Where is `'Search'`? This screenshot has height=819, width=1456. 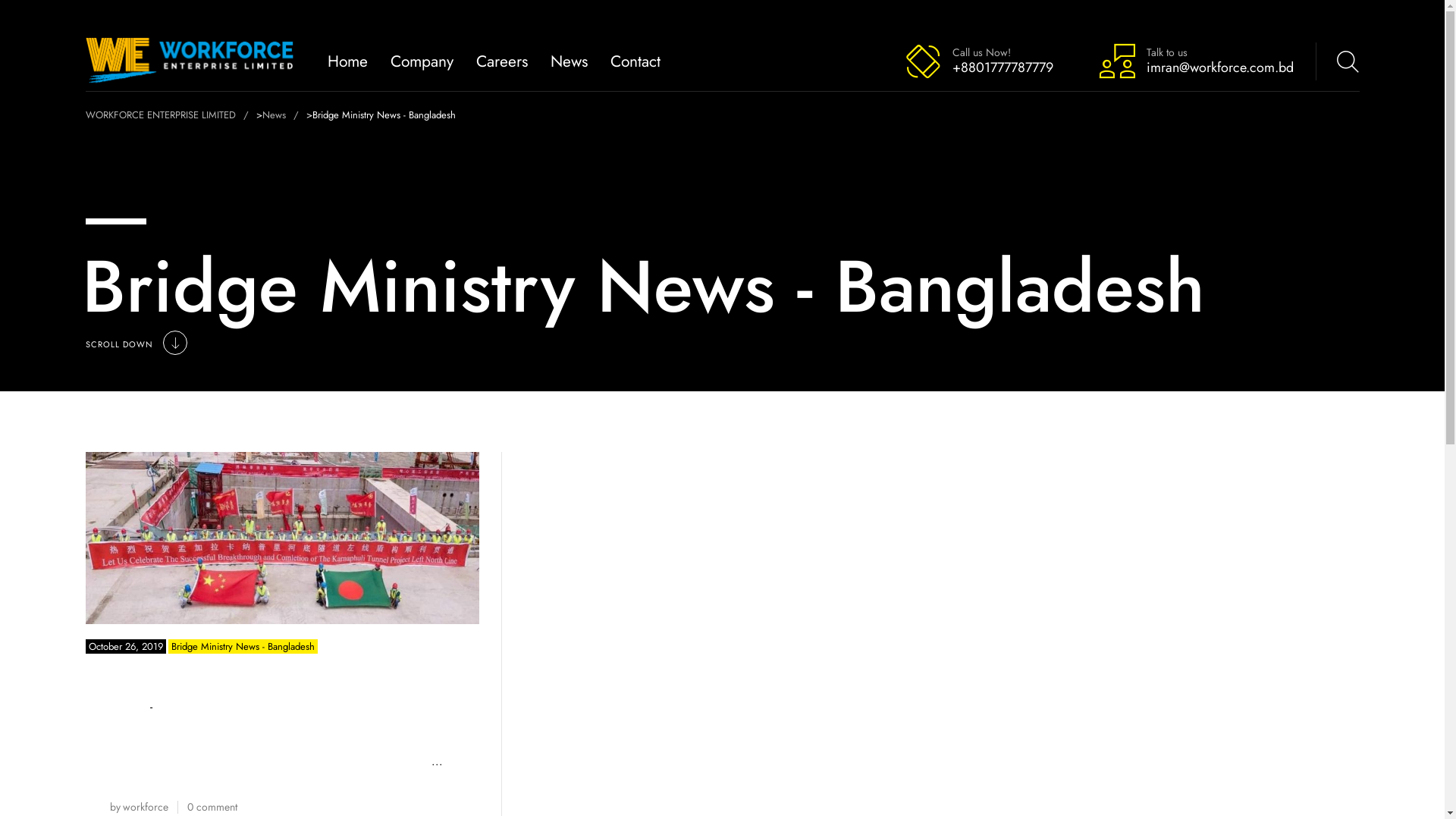 'Search' is located at coordinates (1298, 60).